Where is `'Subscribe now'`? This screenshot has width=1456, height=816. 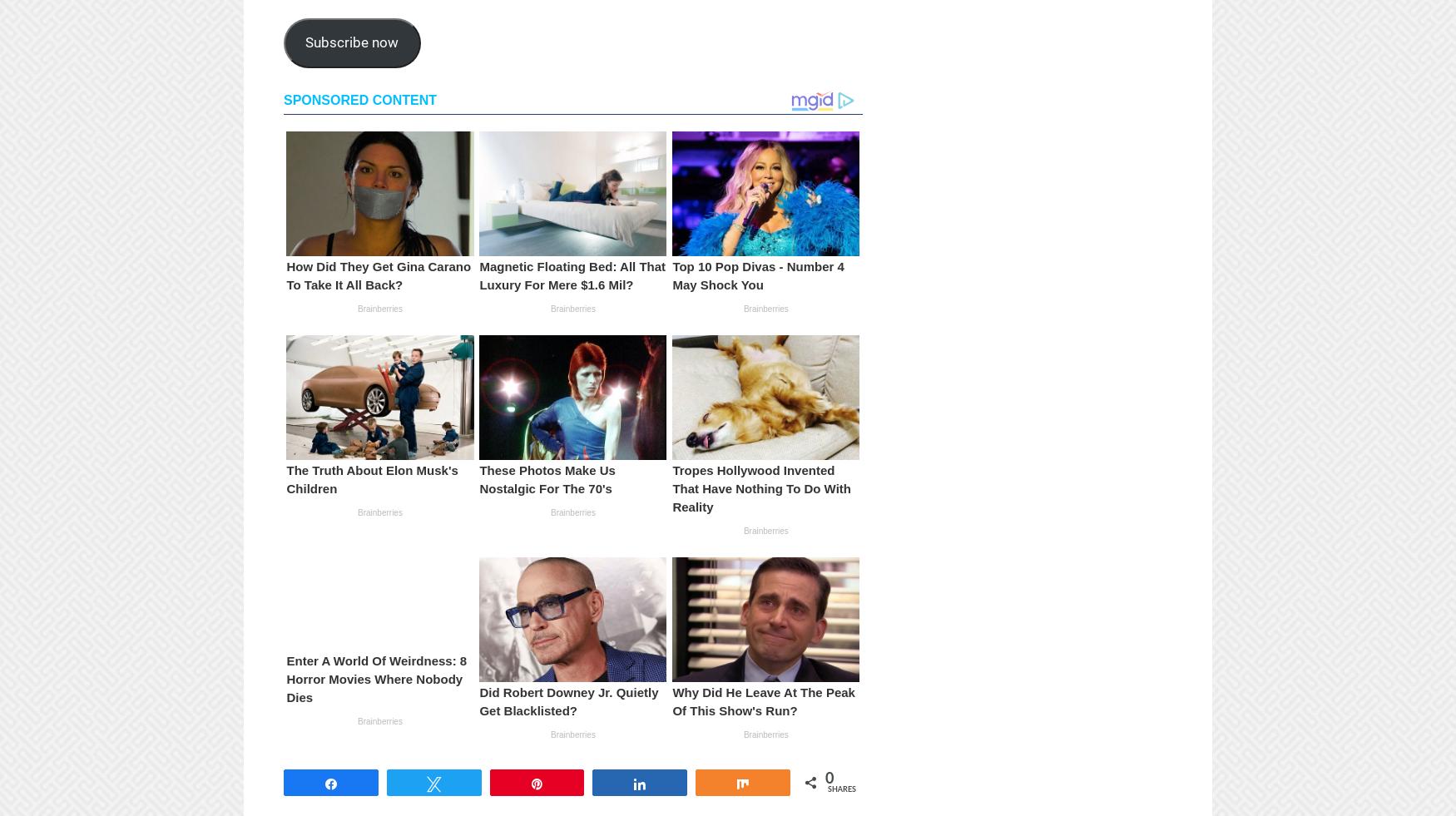 'Subscribe now' is located at coordinates (350, 41).